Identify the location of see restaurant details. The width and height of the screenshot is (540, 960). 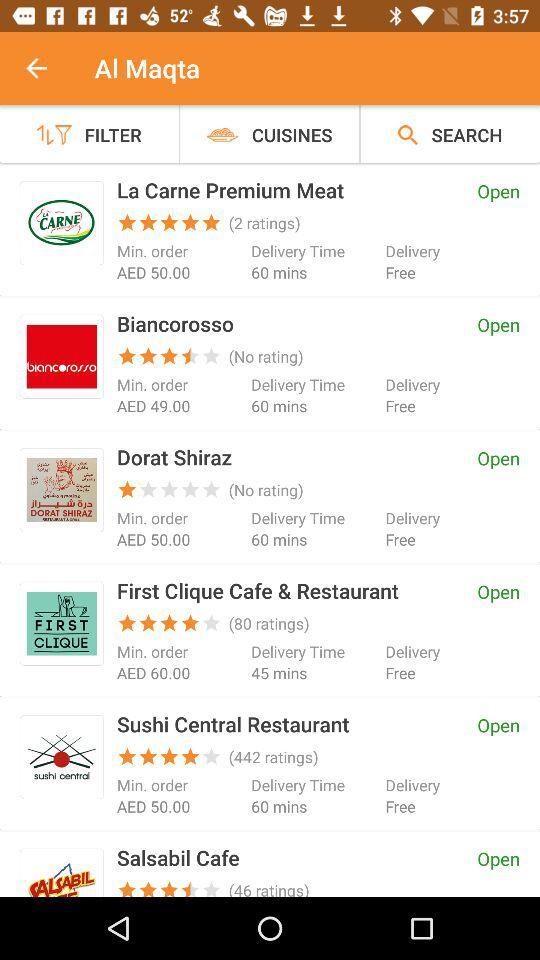
(61, 875).